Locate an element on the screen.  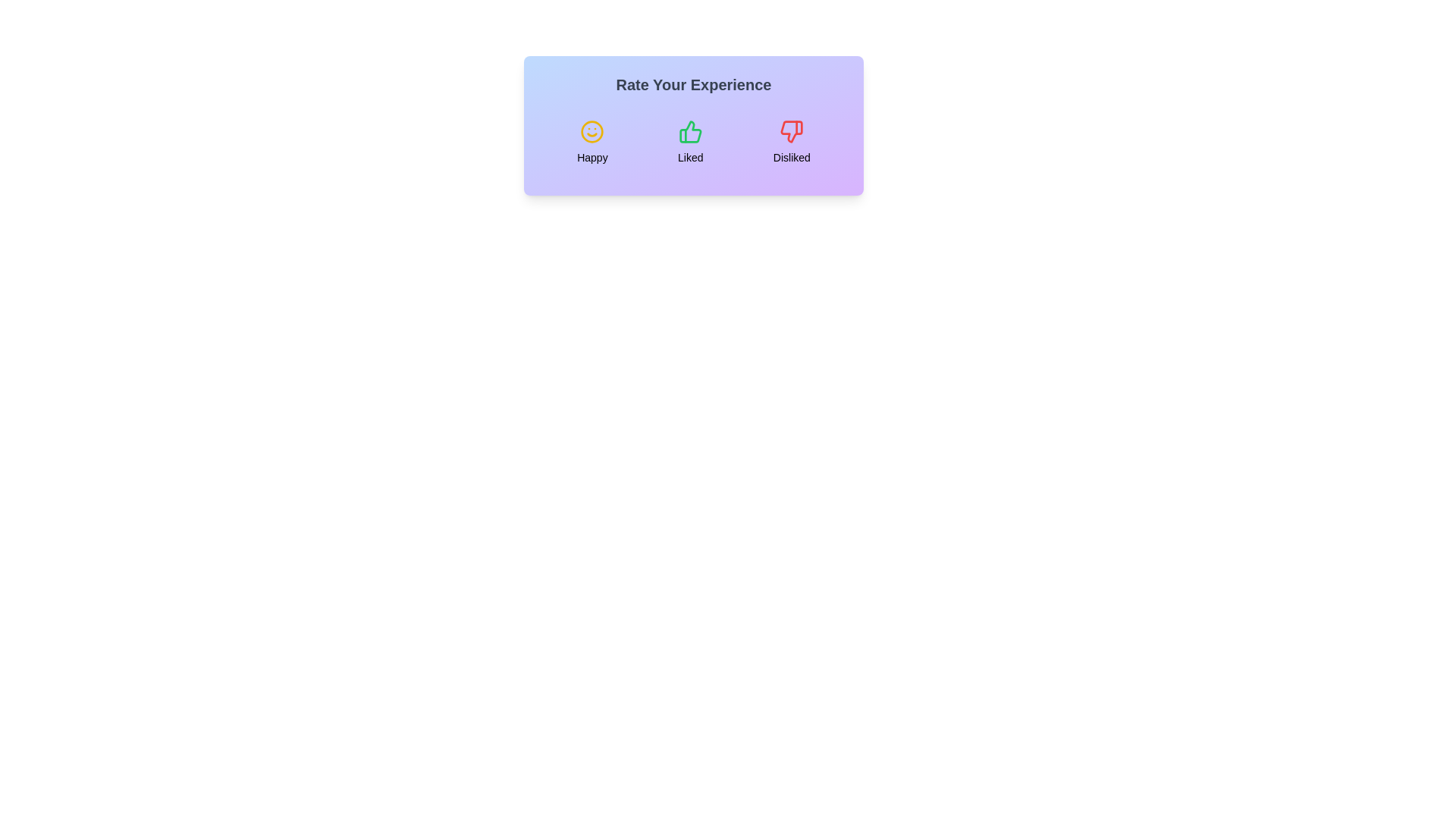
the dislike icon located at the rightmost position beneath the 'Disliked' text to register a dislike action is located at coordinates (791, 130).